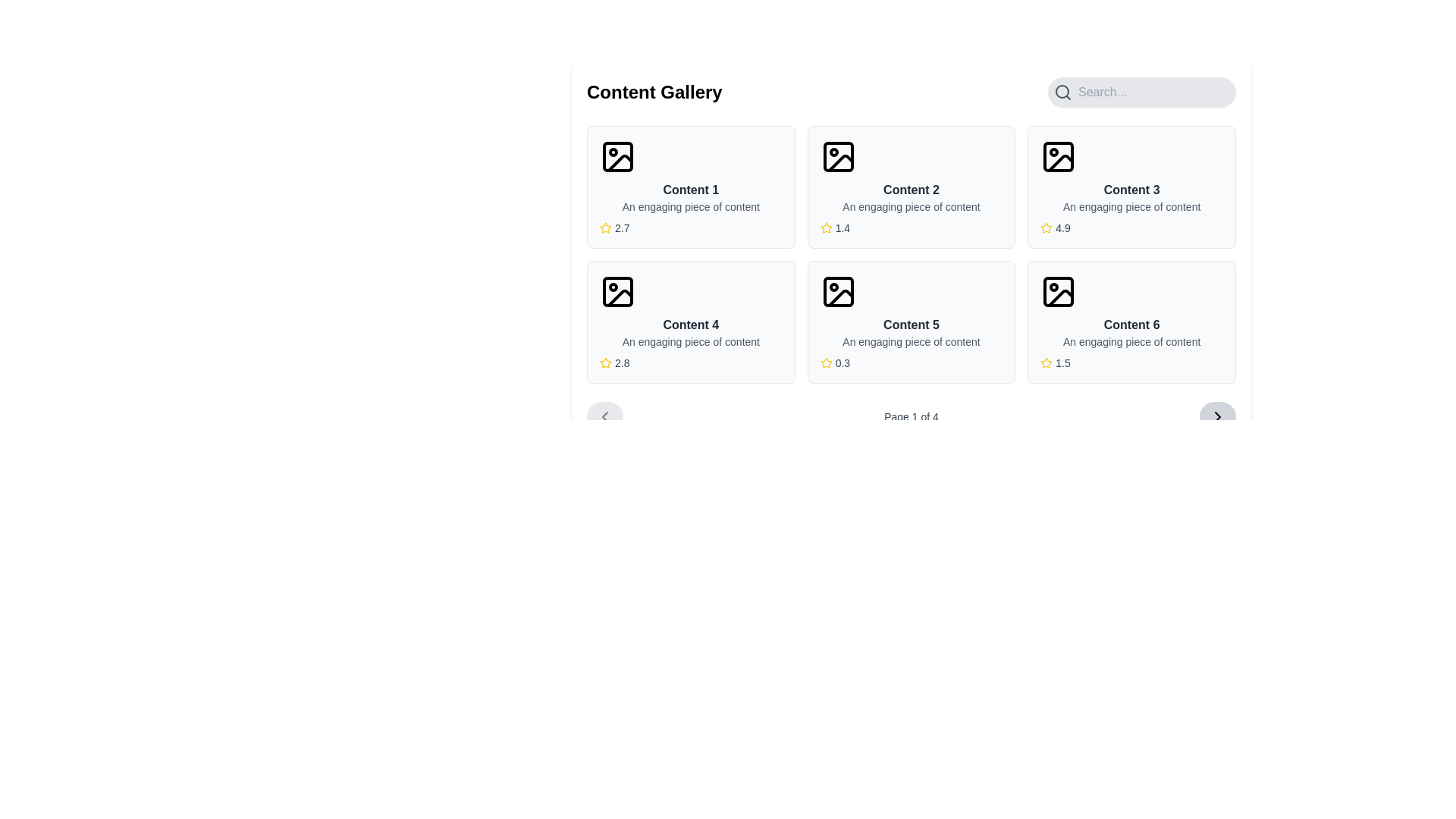 The height and width of the screenshot is (819, 1456). Describe the element at coordinates (1058, 292) in the screenshot. I see `the image icon located in the bottom-right corner of the 'Content 6' card, which features a rounded square outline with a circle and mountain graphic` at that location.